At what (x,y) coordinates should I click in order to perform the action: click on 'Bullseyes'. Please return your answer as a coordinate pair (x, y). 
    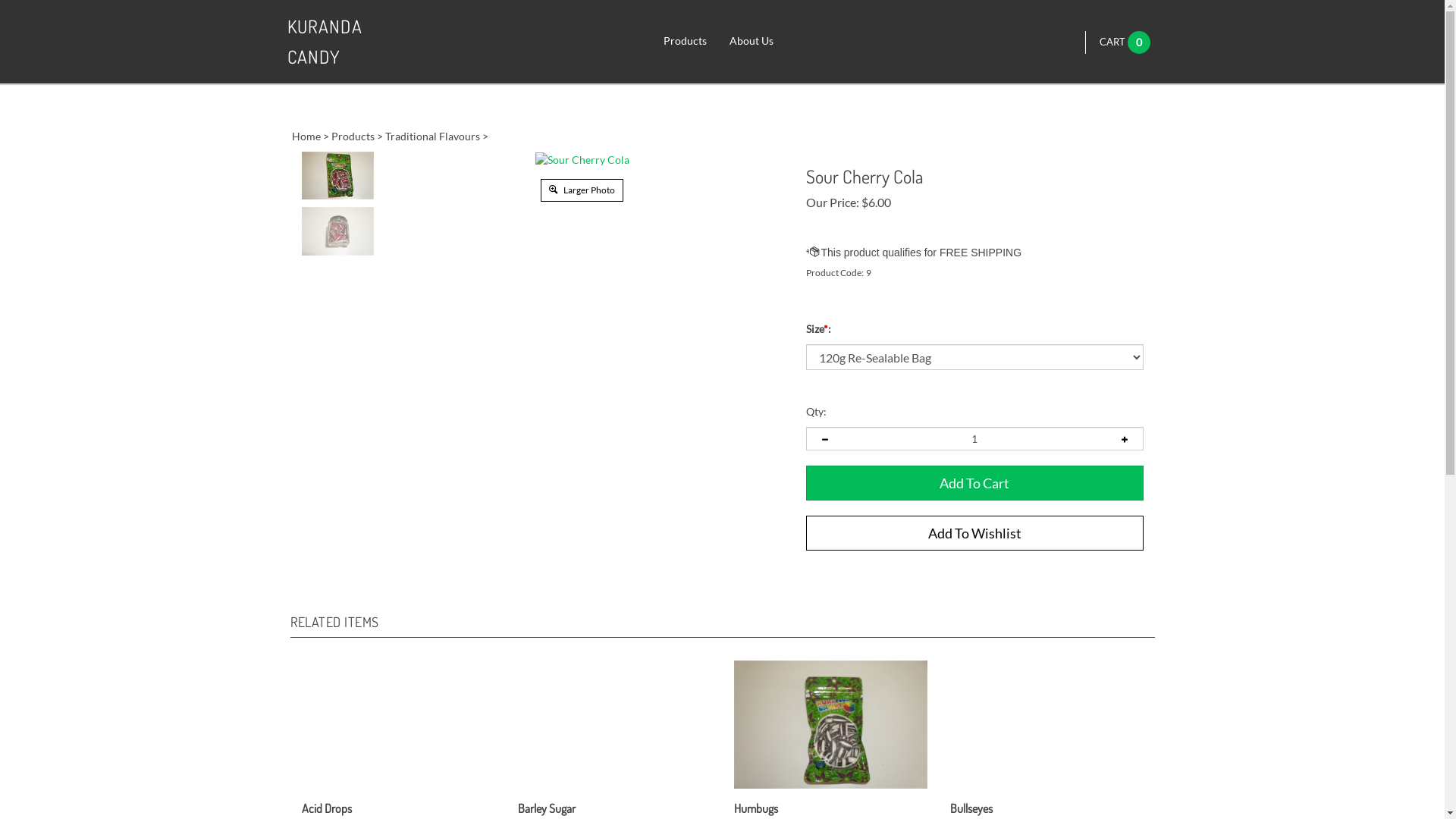
    Looking at the image, I should click on (949, 808).